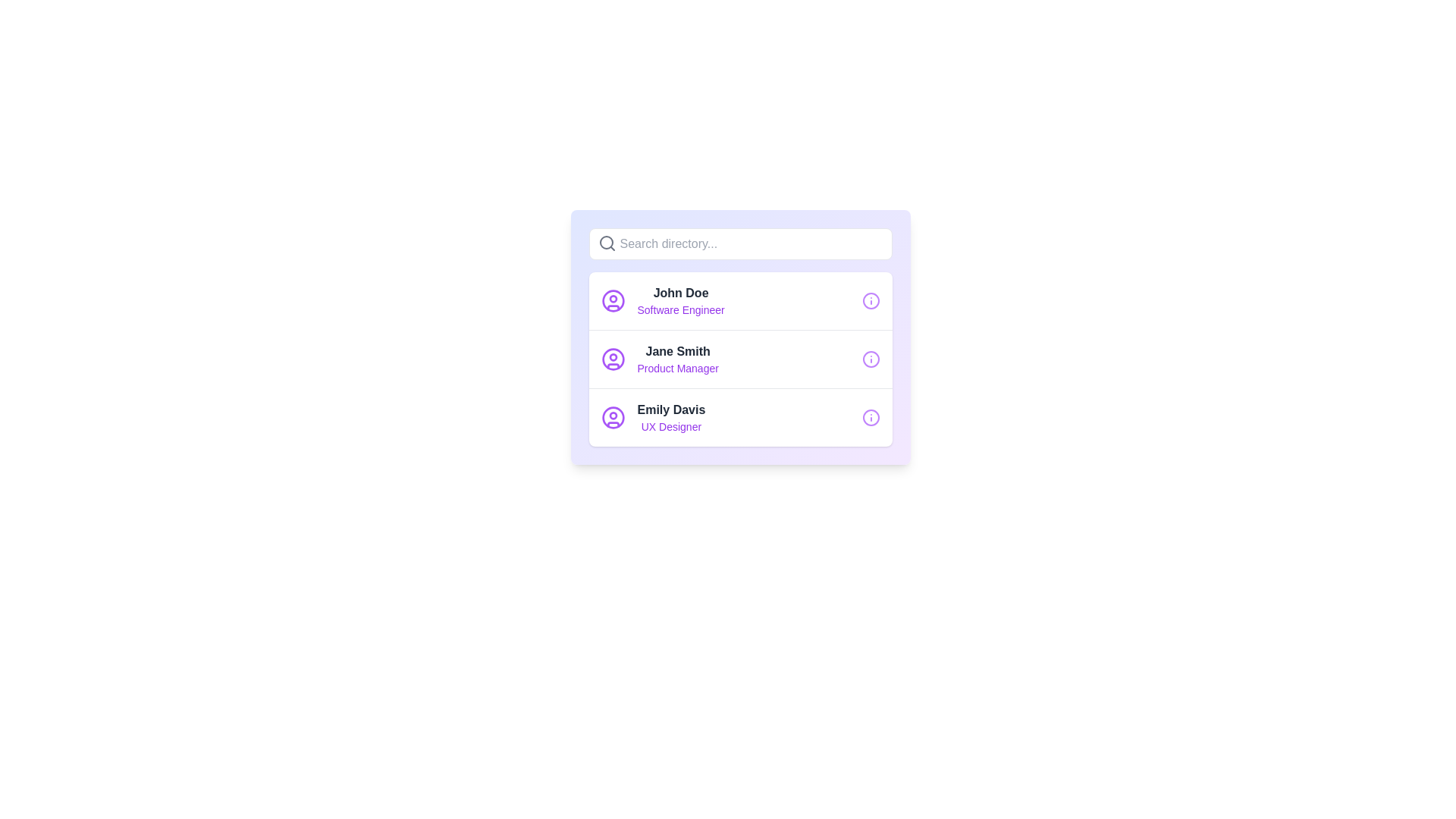 The width and height of the screenshot is (1456, 819). What do you see at coordinates (613, 301) in the screenshot?
I see `the outermost decorative SVG circle of the user icon next to the 'John Doe' entry in the user directory list` at bounding box center [613, 301].